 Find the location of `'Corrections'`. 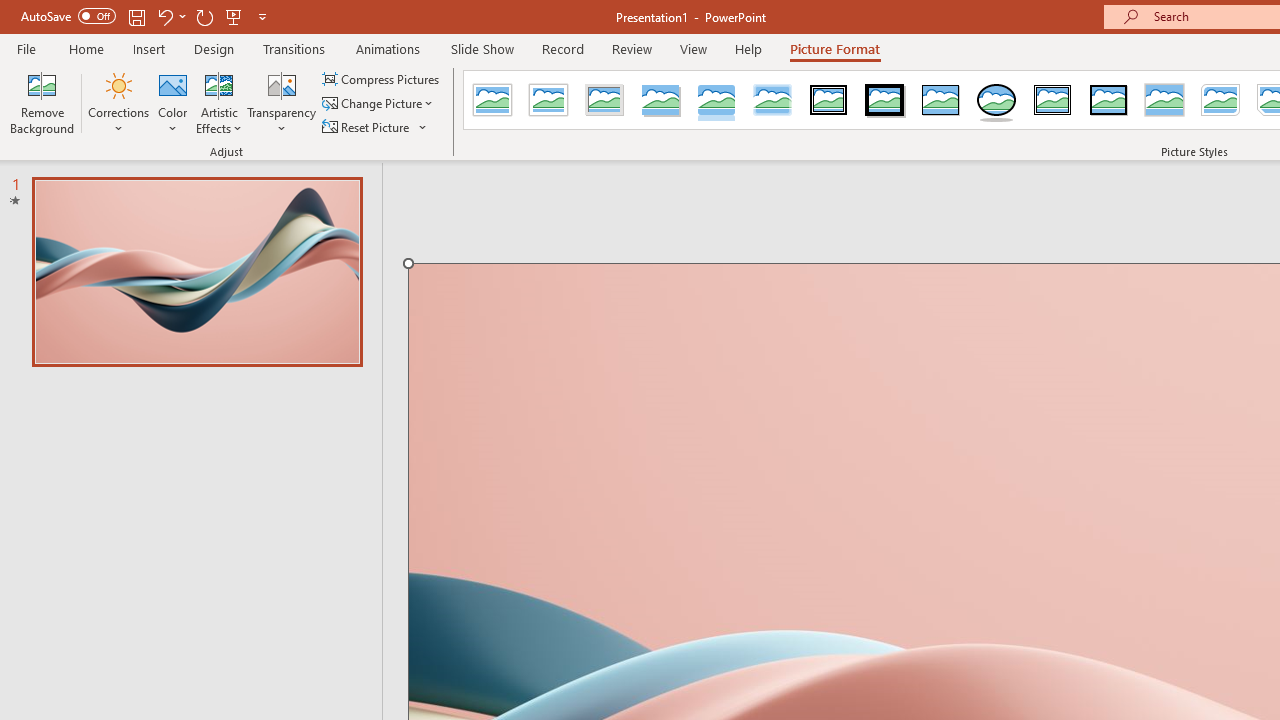

'Corrections' is located at coordinates (118, 103).